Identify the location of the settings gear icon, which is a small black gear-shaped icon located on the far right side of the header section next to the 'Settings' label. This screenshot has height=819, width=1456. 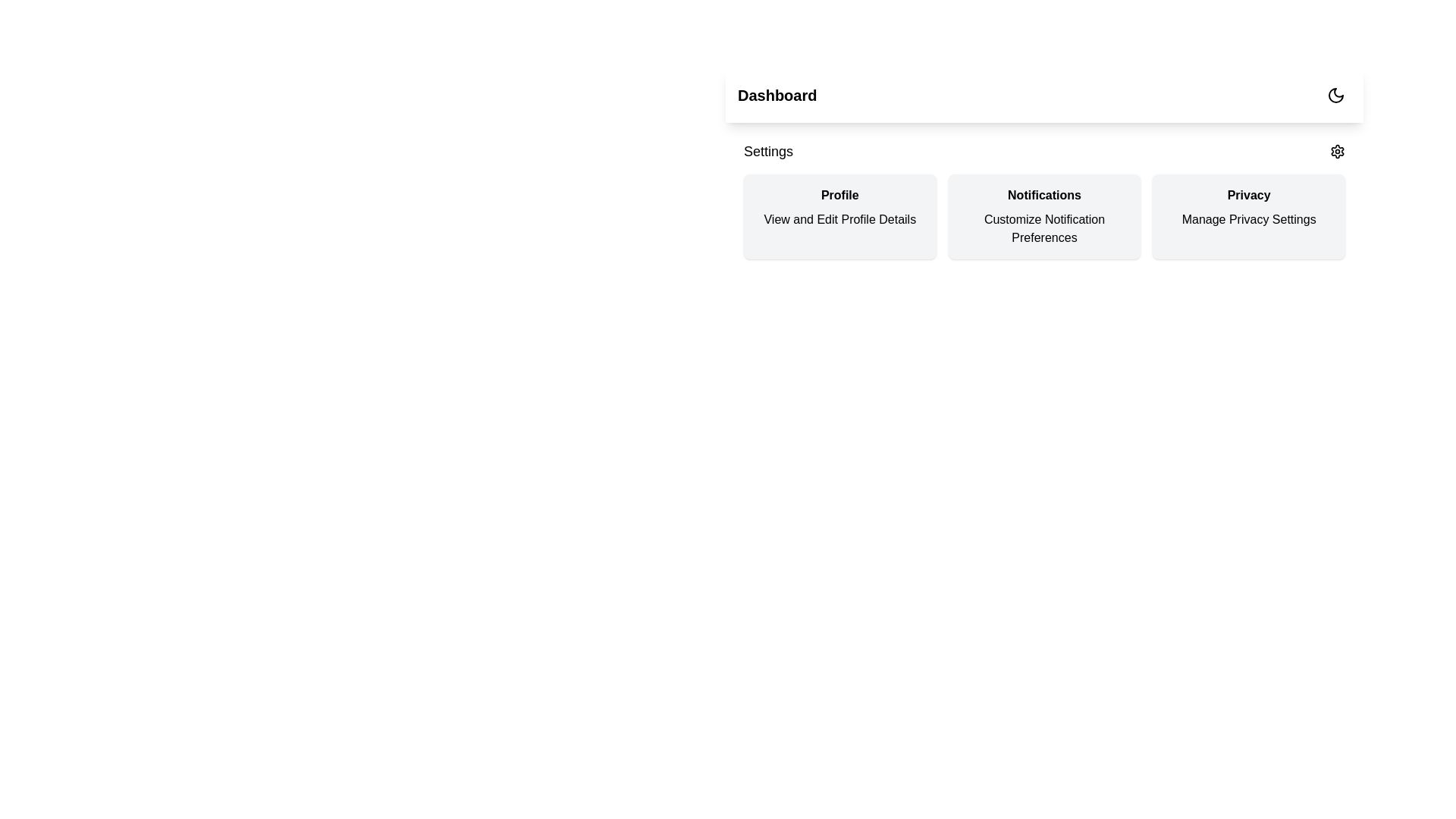
(1337, 152).